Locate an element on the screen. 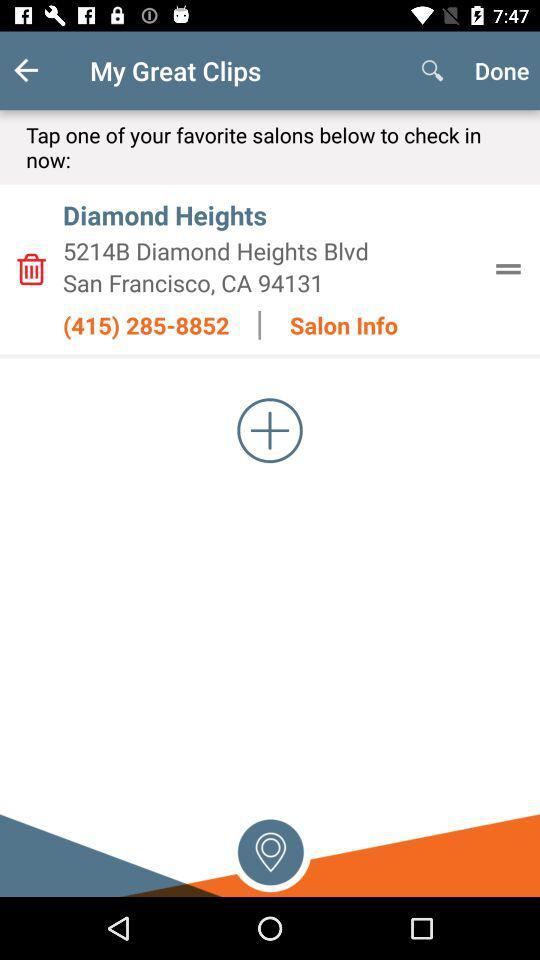 Image resolution: width=540 pixels, height=960 pixels. activate your location is located at coordinates (270, 849).